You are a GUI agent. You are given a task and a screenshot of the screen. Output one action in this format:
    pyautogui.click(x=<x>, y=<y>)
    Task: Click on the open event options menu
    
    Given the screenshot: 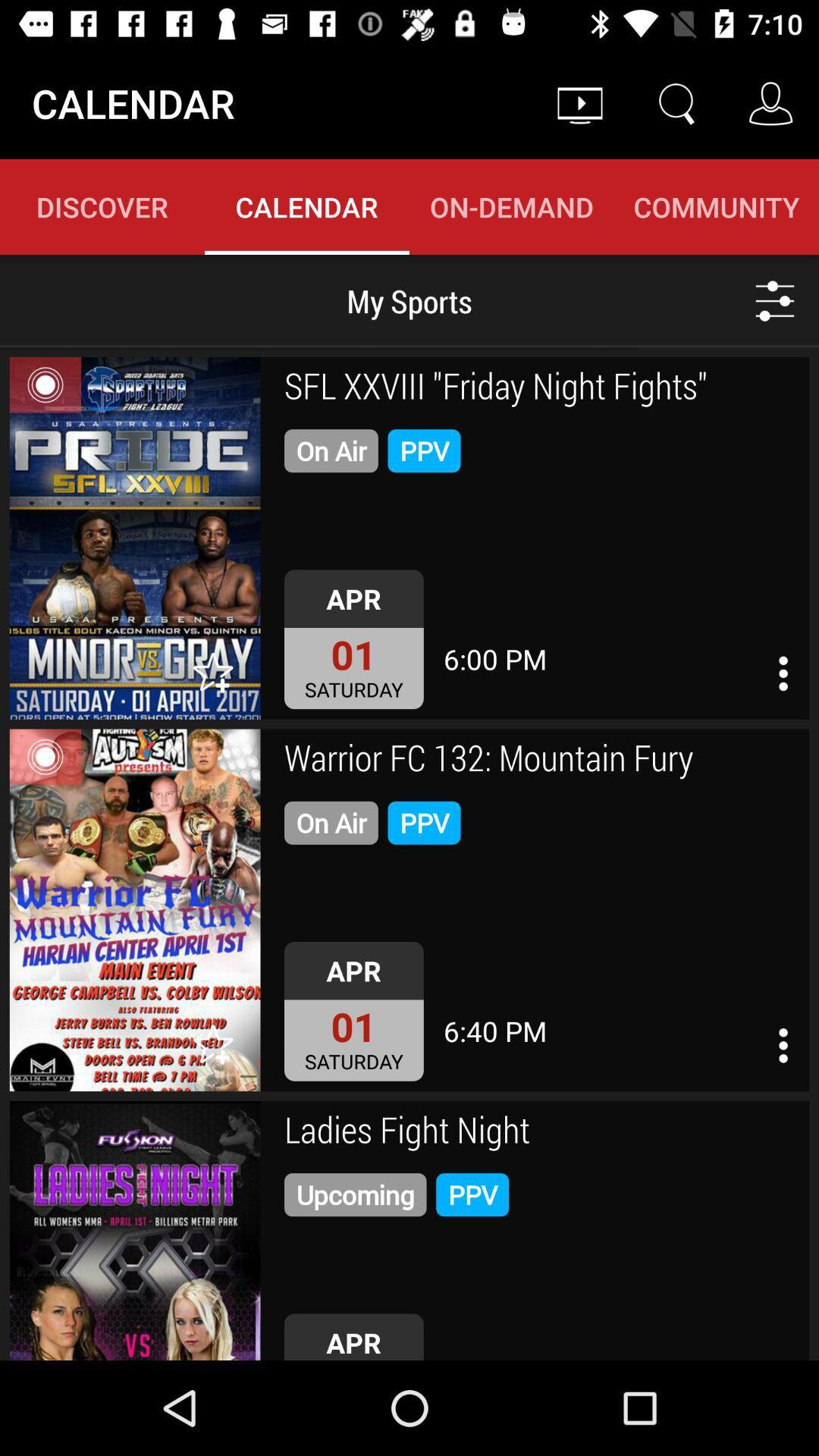 What is the action you would take?
    pyautogui.click(x=783, y=673)
    